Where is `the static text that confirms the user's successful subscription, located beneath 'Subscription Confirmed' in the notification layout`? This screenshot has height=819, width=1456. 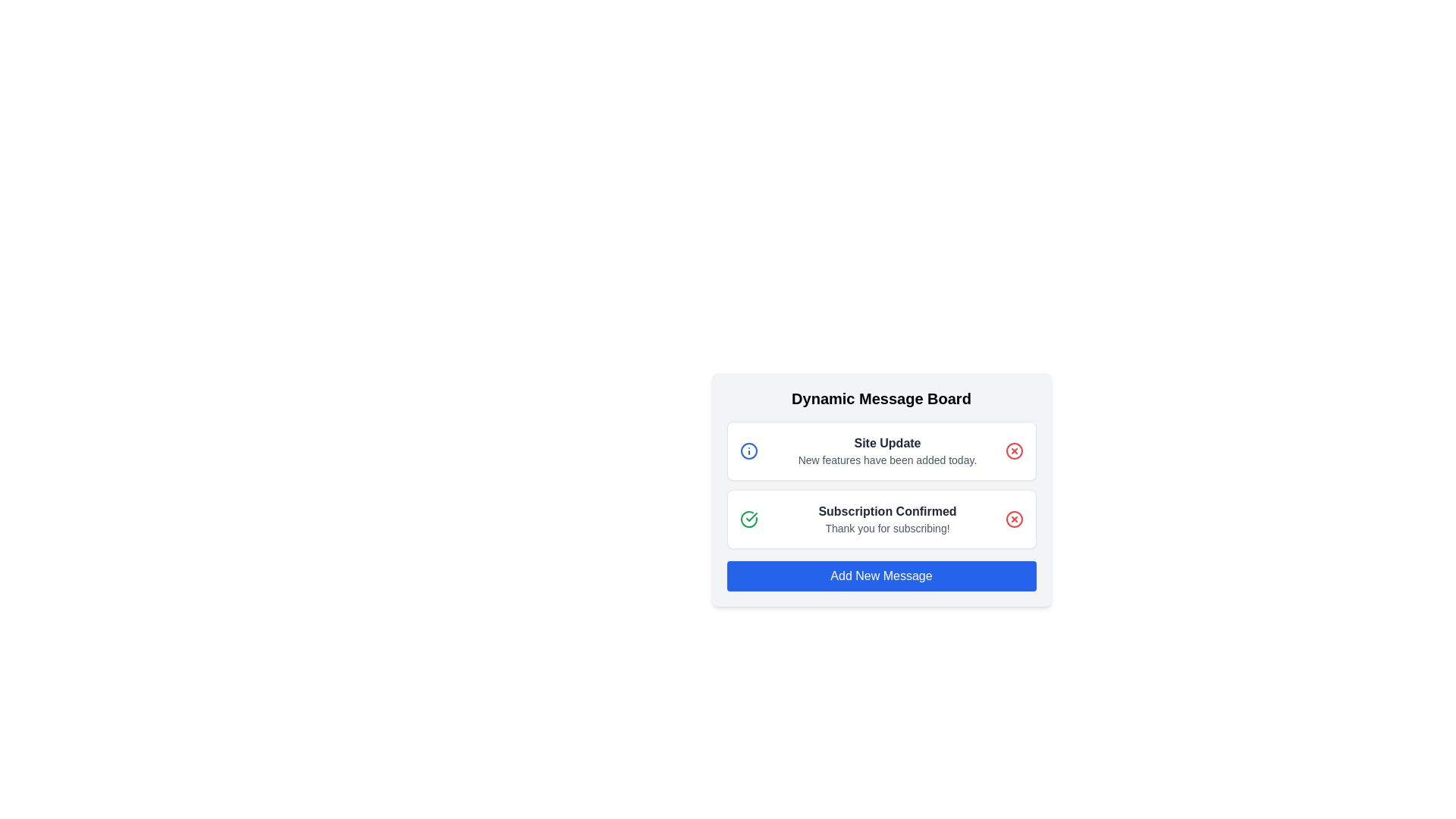
the static text that confirms the user's successful subscription, located beneath 'Subscription Confirmed' in the notification layout is located at coordinates (887, 528).